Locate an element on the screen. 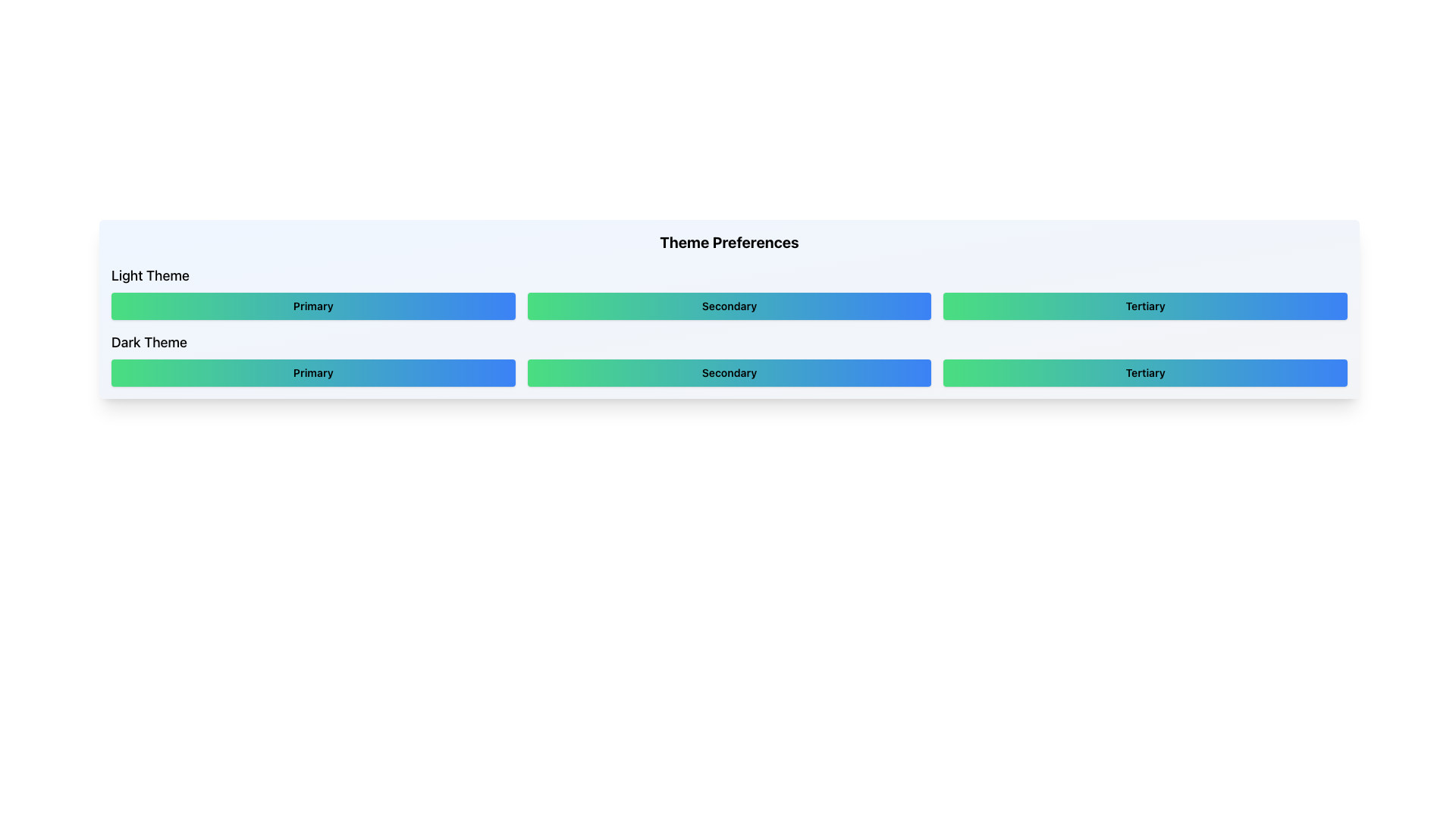 This screenshot has width=1456, height=819. title text label displaying 'Theme Preferences' at the top center of the themed settings interface is located at coordinates (729, 242).